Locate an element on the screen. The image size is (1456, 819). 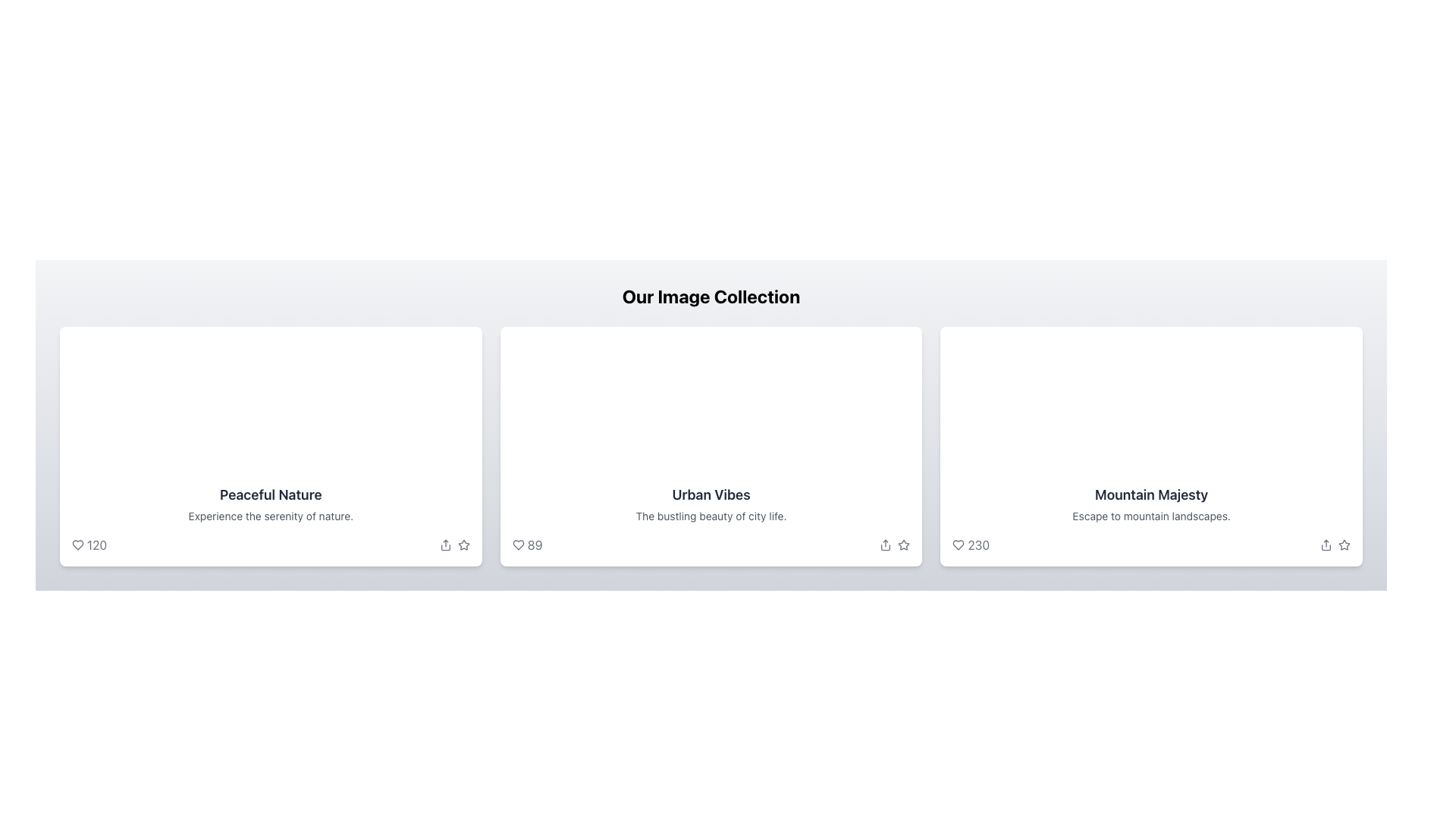
the like icon located at the bottom-right corner of the 'Peaceful Nature' card to express interest or save the item is located at coordinates (77, 544).